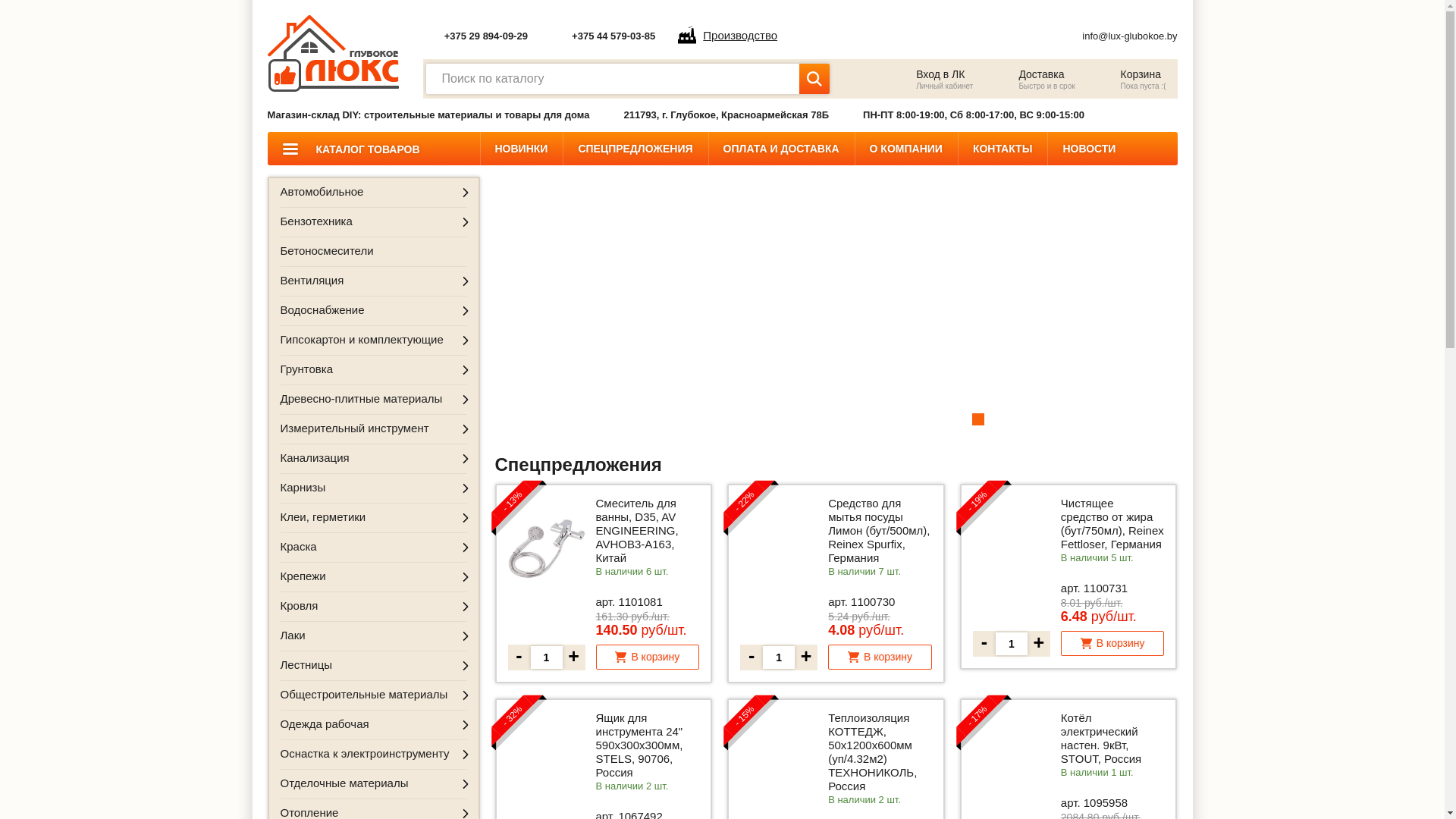  I want to click on '+375 29 894-09-29', so click(486, 35).